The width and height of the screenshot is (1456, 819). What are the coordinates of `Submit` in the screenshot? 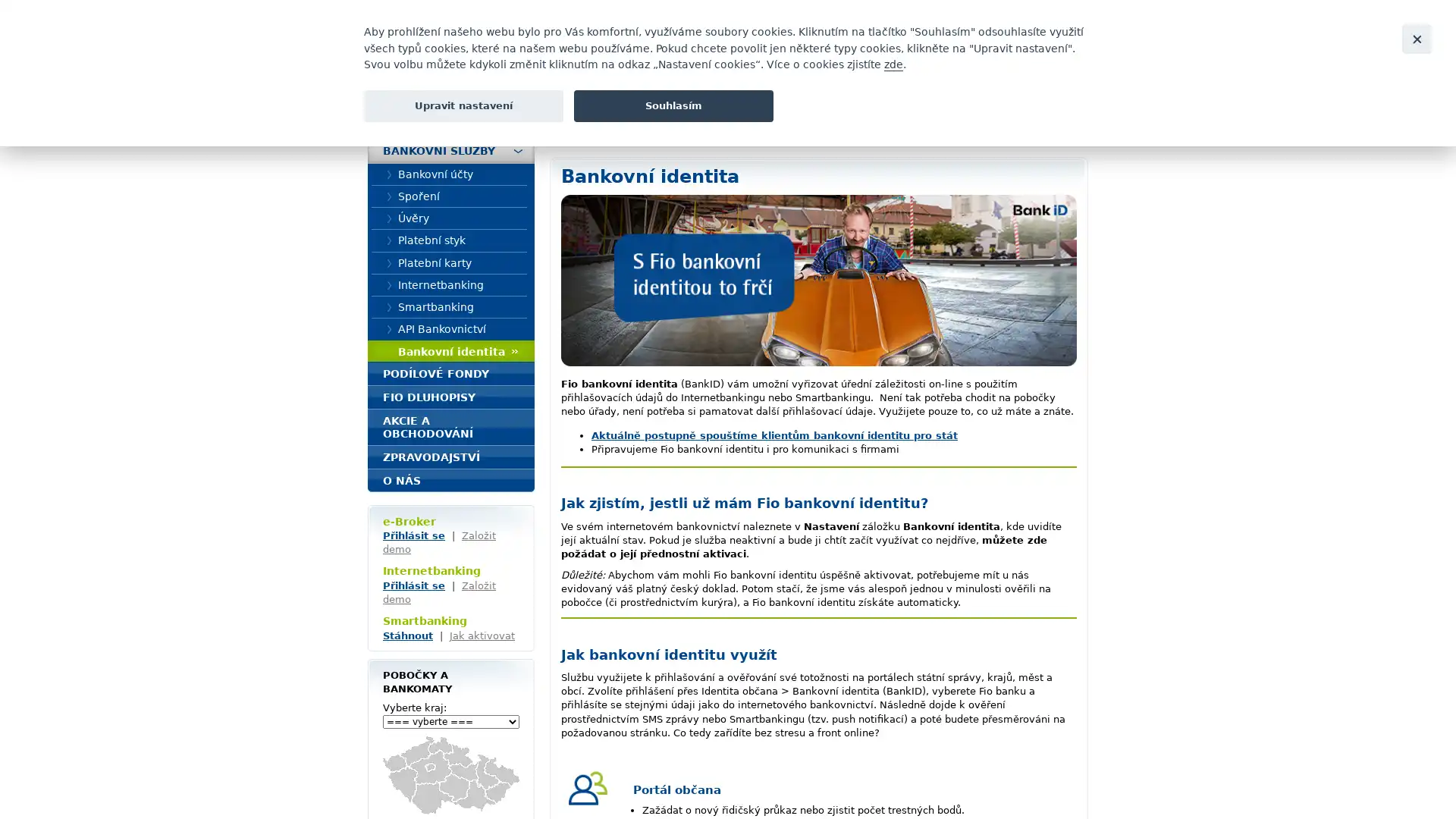 It's located at (1076, 70).